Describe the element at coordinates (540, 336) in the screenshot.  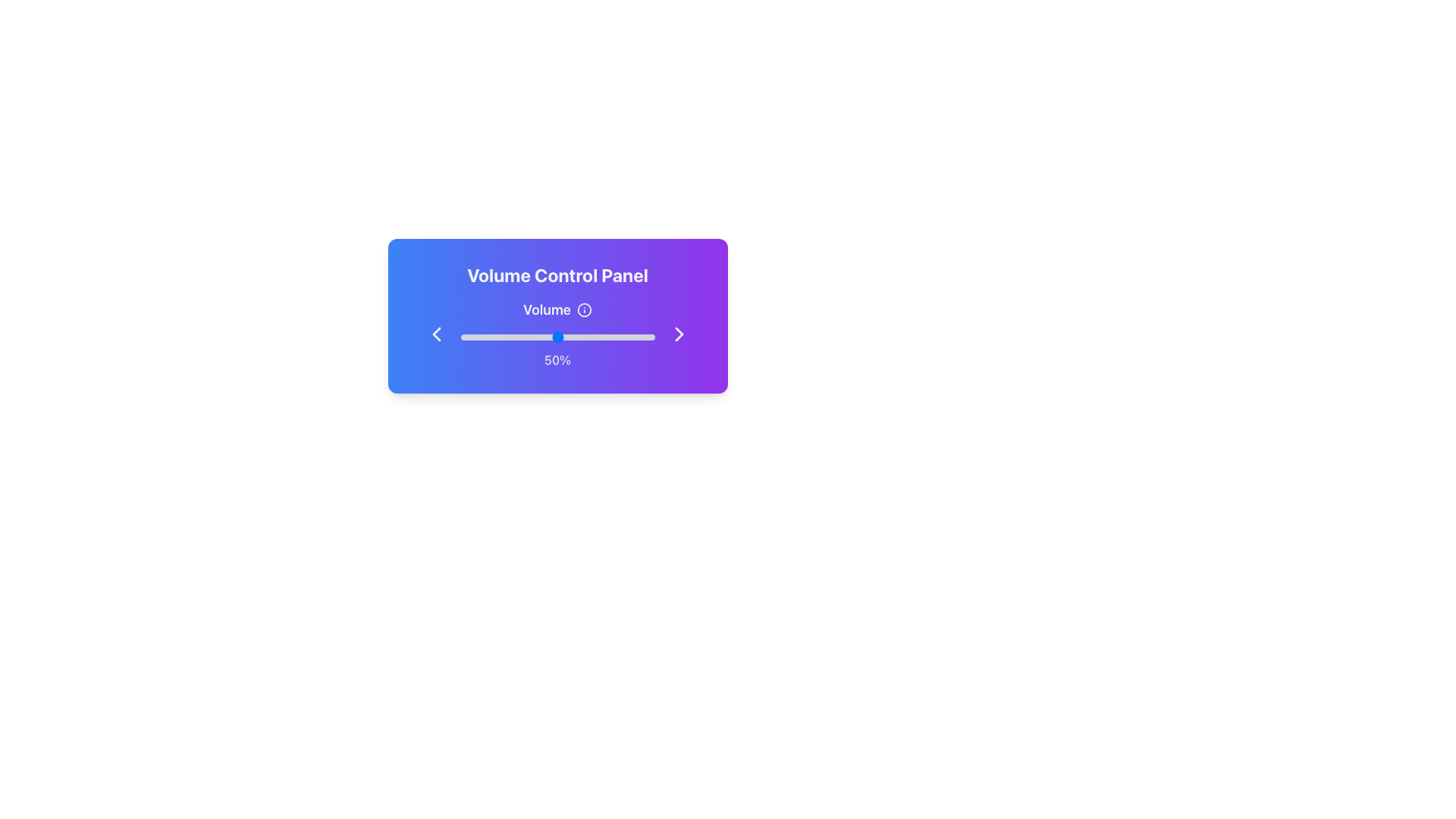
I see `the volume level` at that location.